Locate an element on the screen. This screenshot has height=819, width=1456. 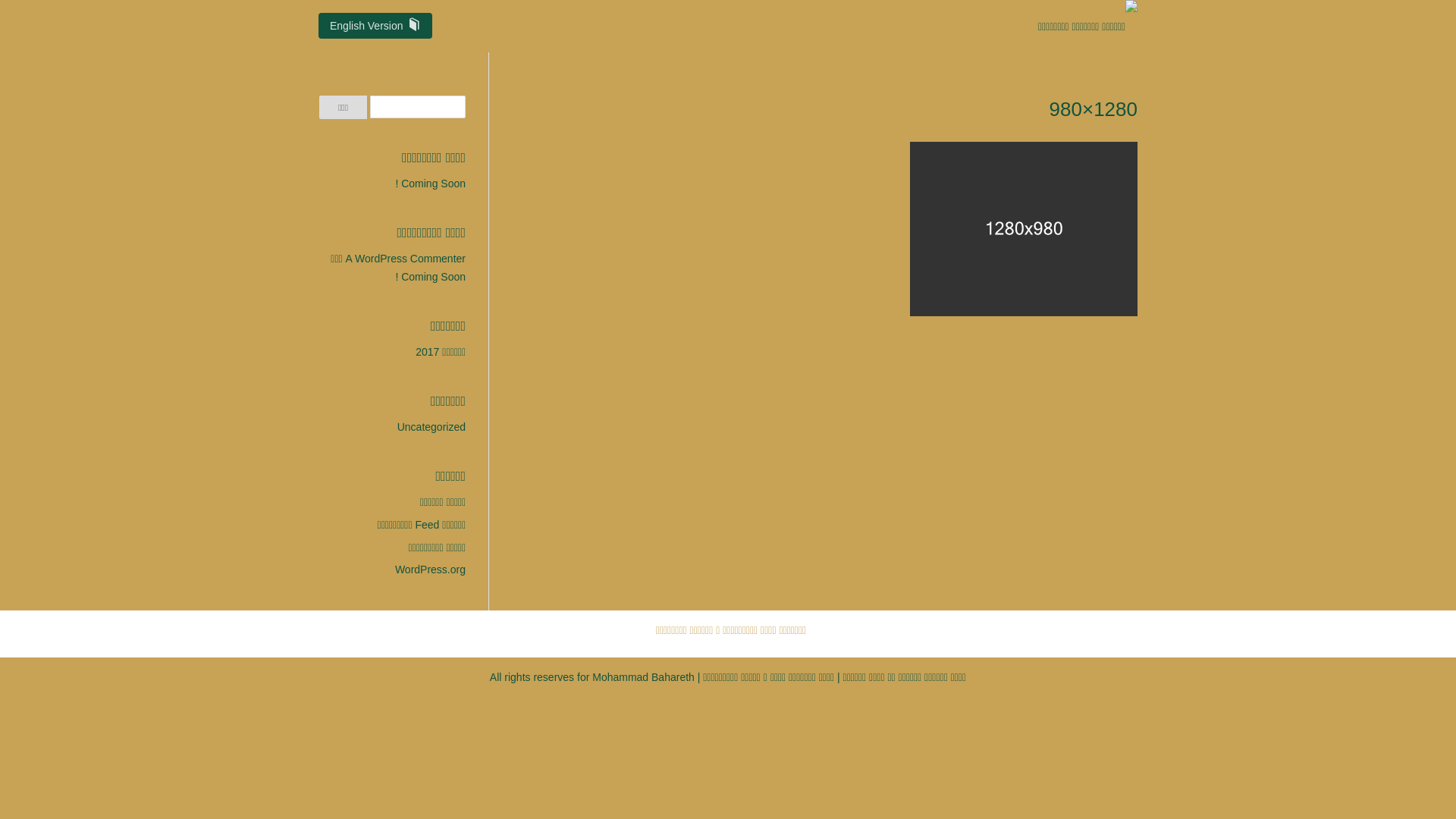
'A WordPress Commenter' is located at coordinates (405, 257).